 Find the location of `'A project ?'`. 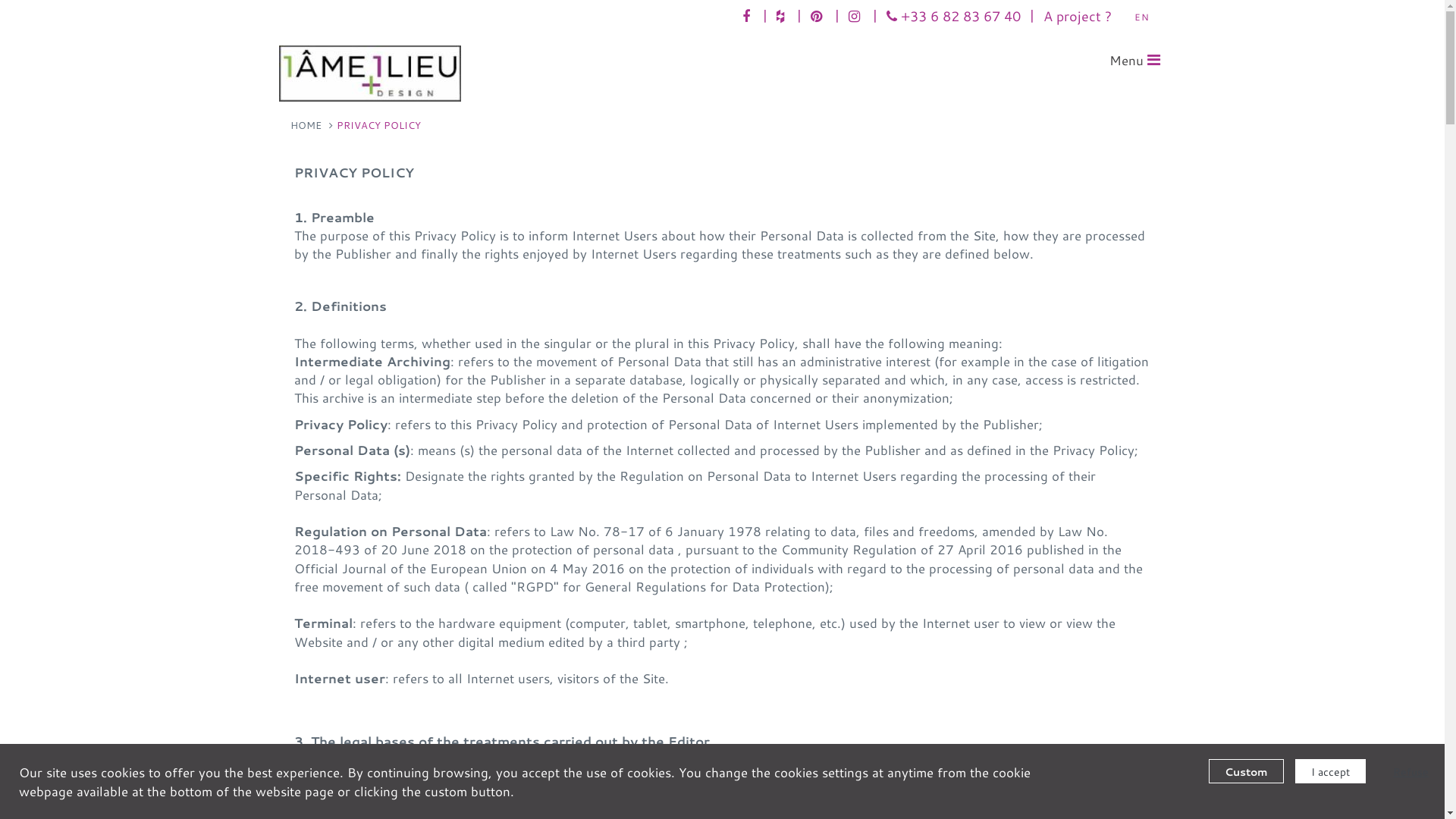

'A project ?' is located at coordinates (1076, 15).